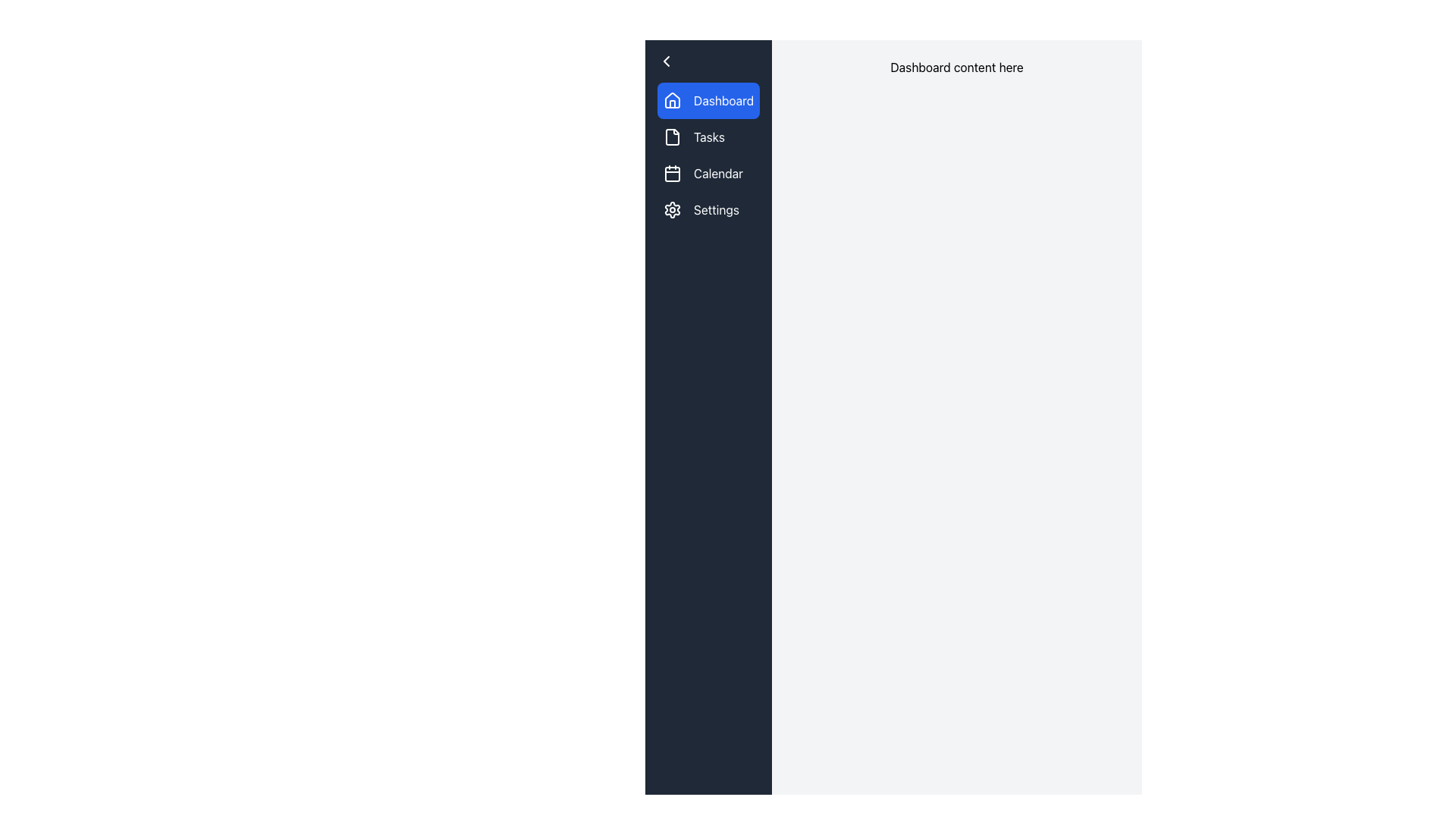  I want to click on the 'Tasks' icon located in the second menu item of the left navigation bar, so click(672, 137).